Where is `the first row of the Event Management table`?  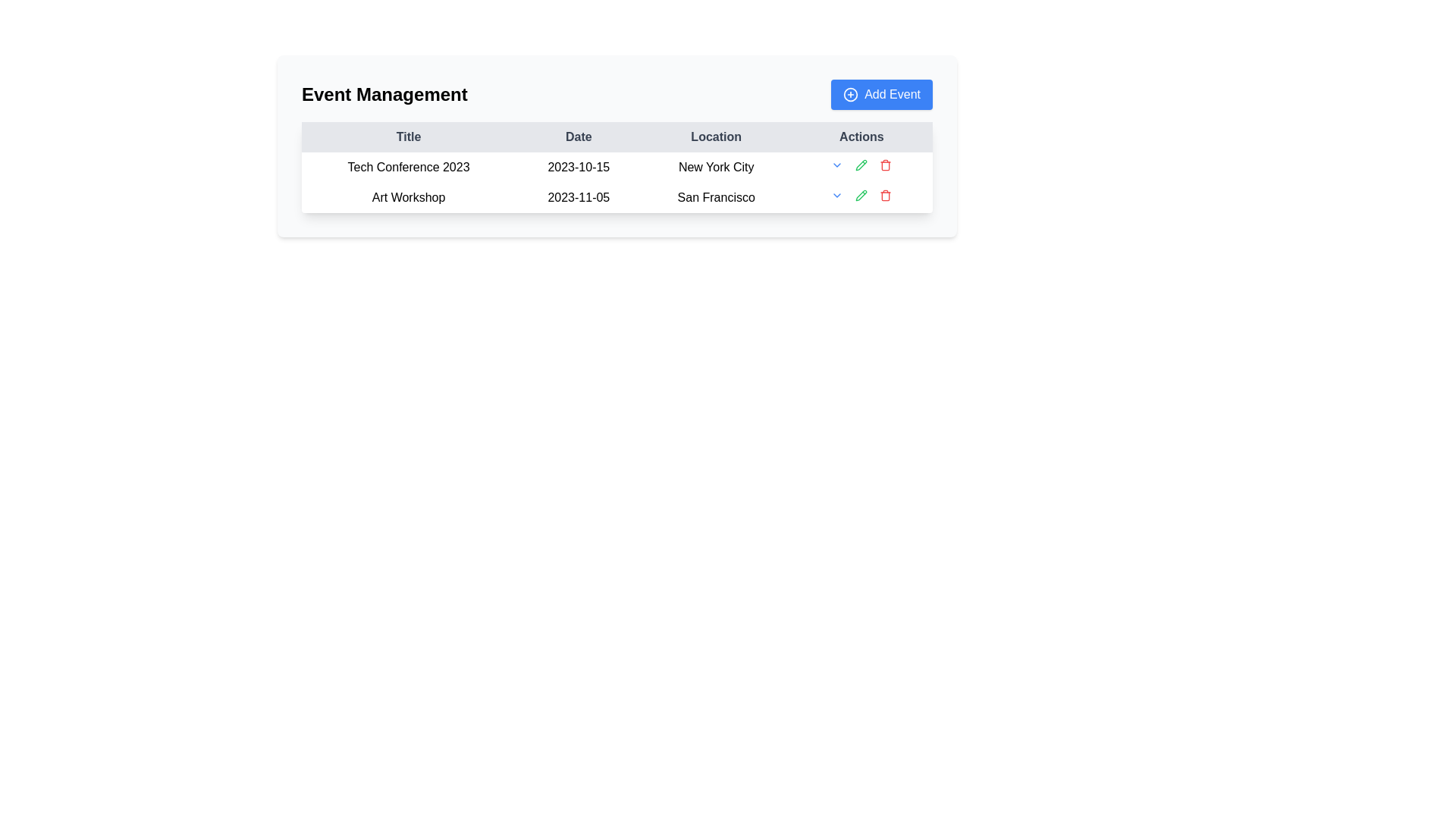
the first row of the Event Management table is located at coordinates (617, 167).